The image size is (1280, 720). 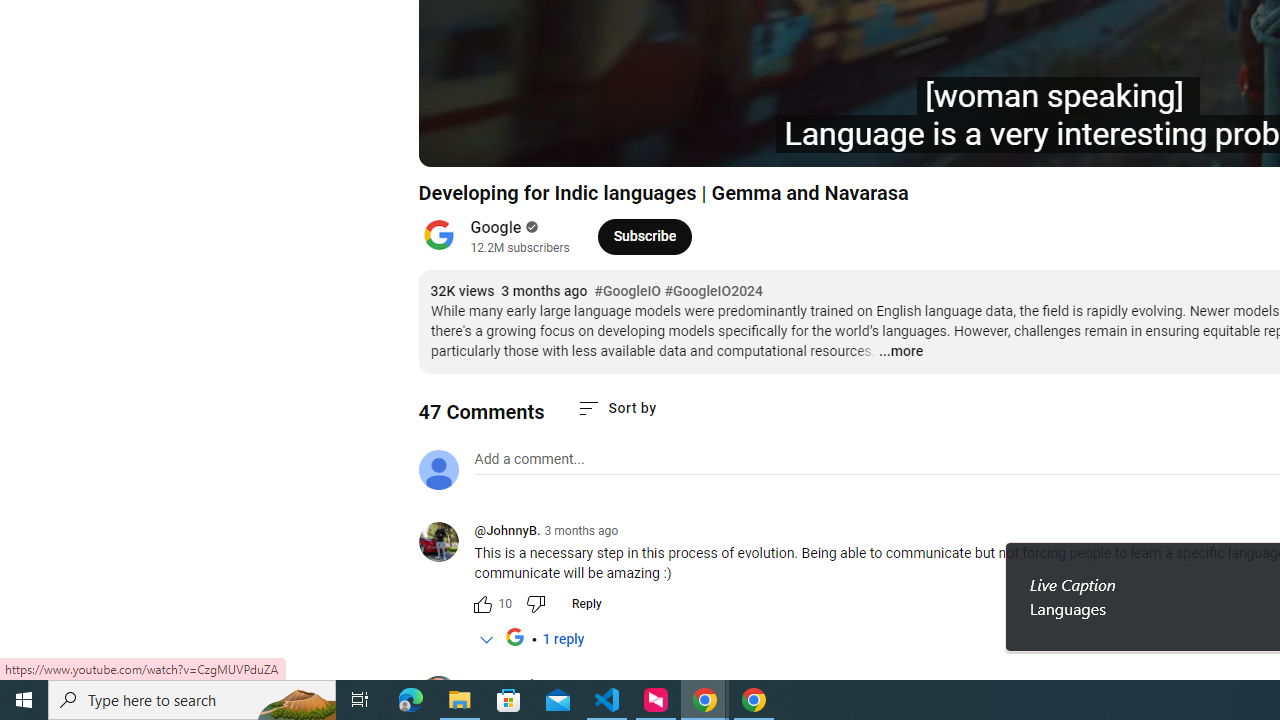 I want to click on 'Sort comments', so click(x=615, y=407).